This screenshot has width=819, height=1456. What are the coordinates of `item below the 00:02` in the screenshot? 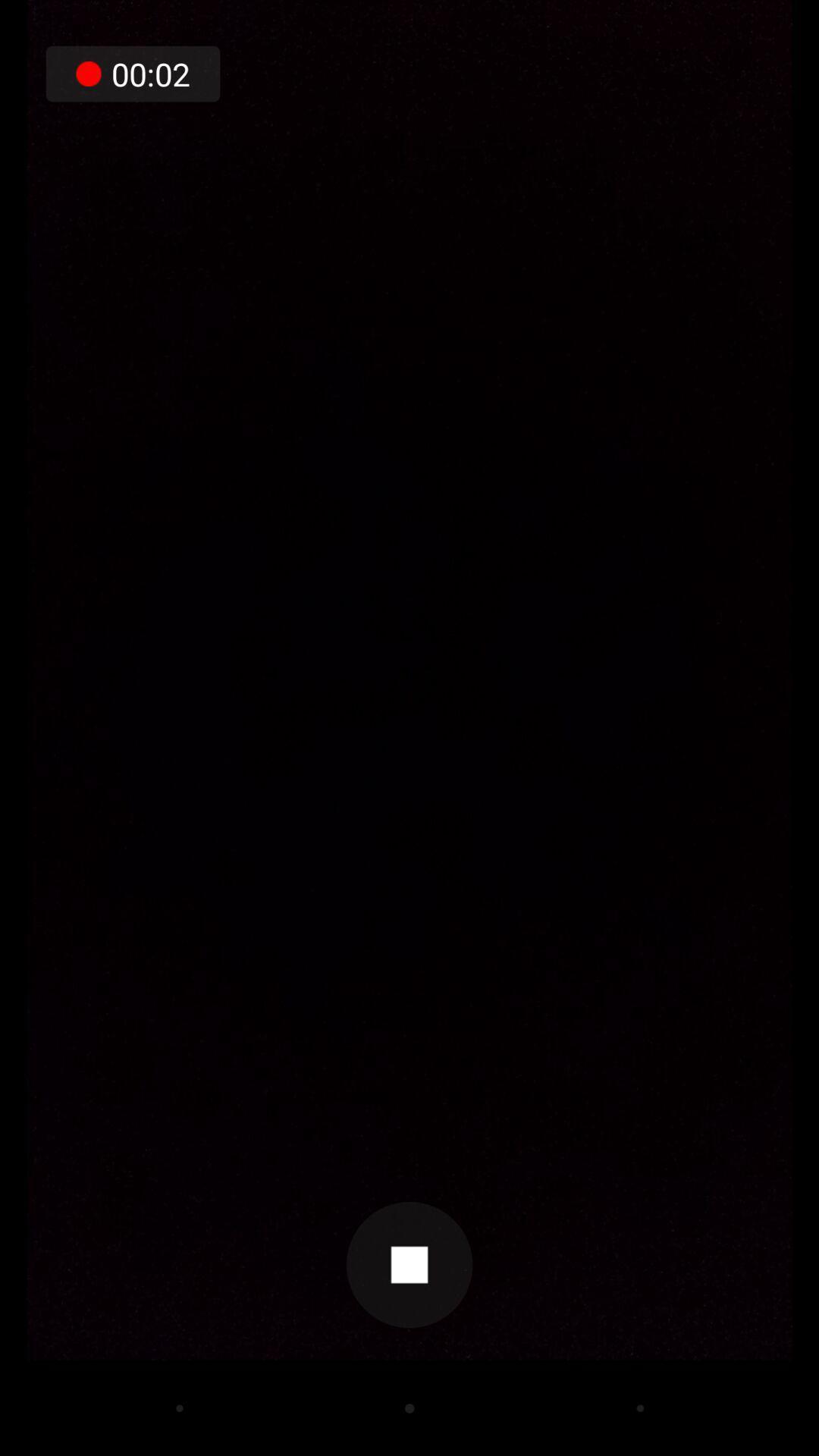 It's located at (409, 1265).